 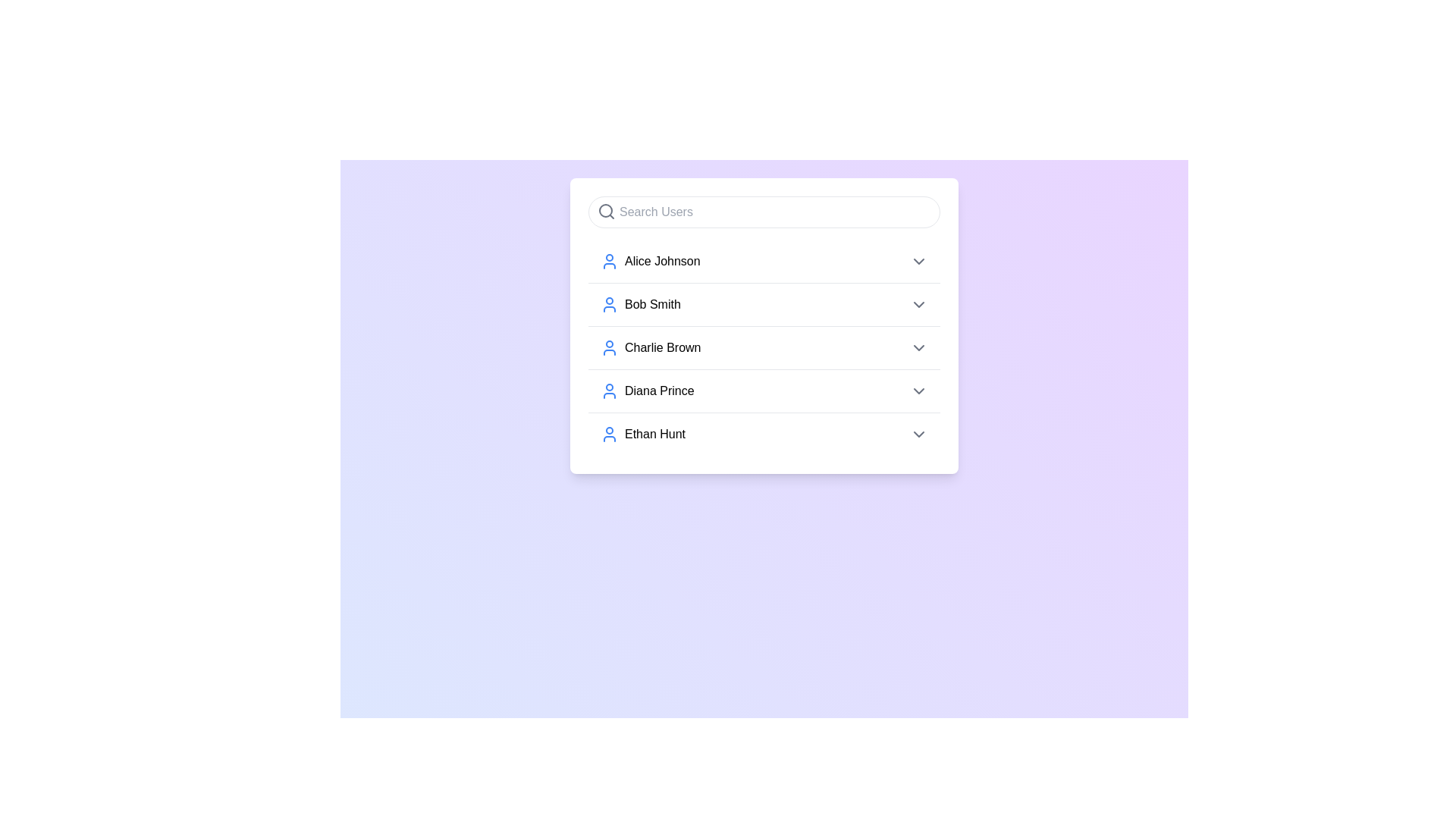 I want to click on the user's profile icon, which is a small blue outlined icon located to the left of the text 'Ethan Hunt' in the list item, so click(x=610, y=435).